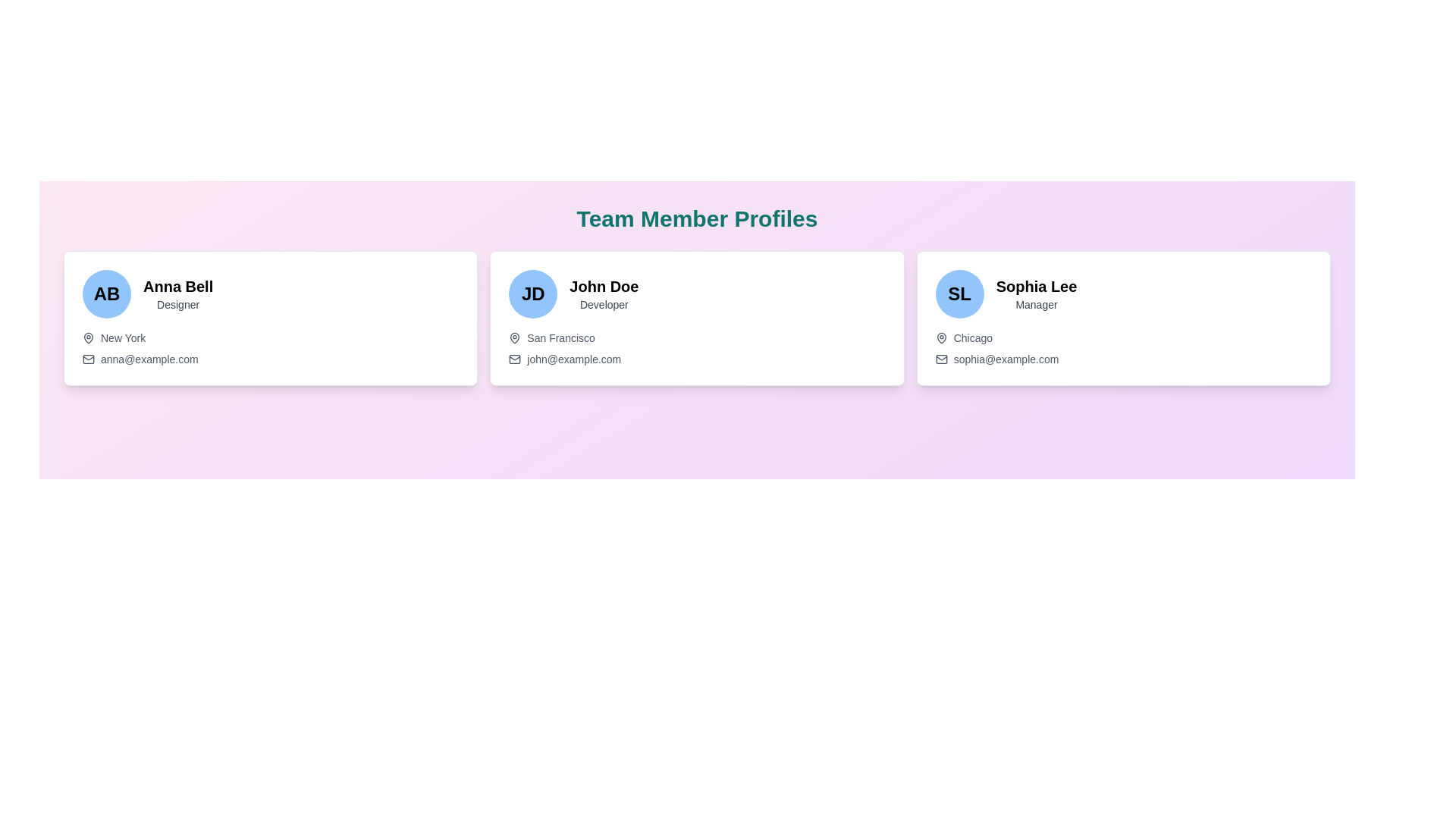 The height and width of the screenshot is (819, 1456). I want to click on the text block that identifies the name and role of the individual represented in the second card, located under the avatar with initials 'JD', so click(603, 294).